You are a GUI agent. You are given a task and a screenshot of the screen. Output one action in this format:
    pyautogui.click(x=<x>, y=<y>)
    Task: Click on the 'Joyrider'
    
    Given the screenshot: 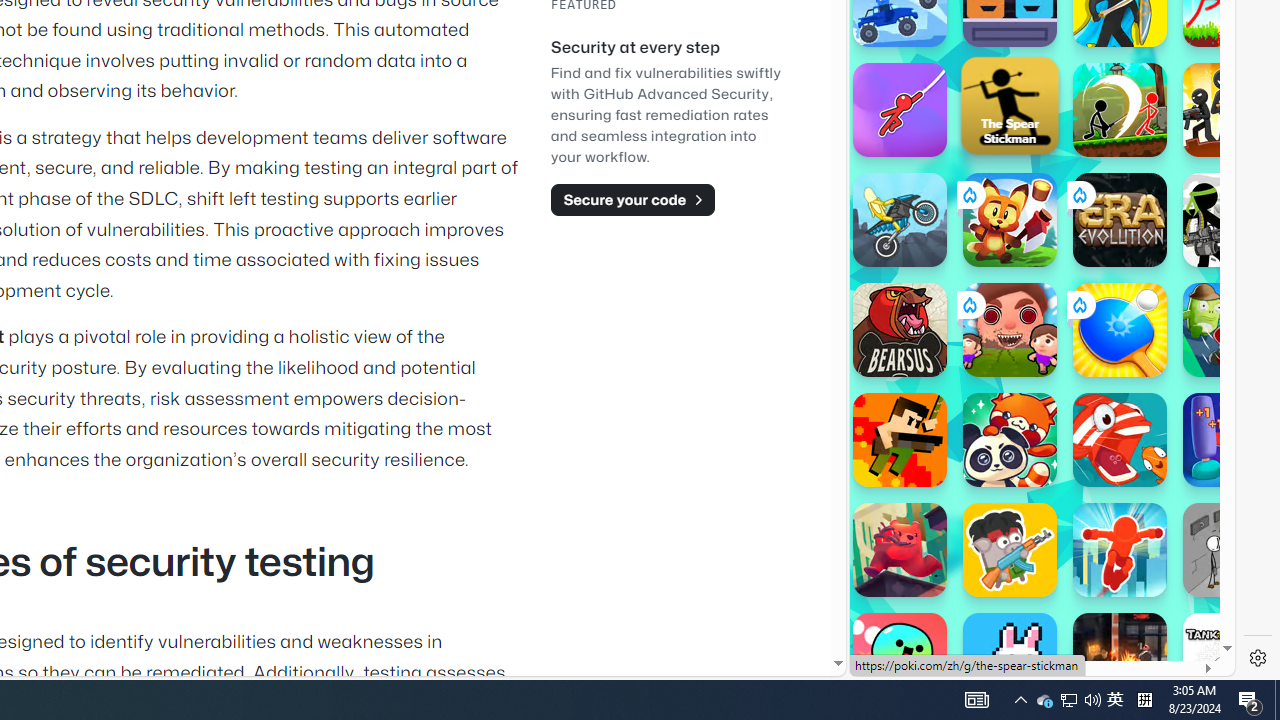 What is the action you would take?
    pyautogui.click(x=898, y=219)
    